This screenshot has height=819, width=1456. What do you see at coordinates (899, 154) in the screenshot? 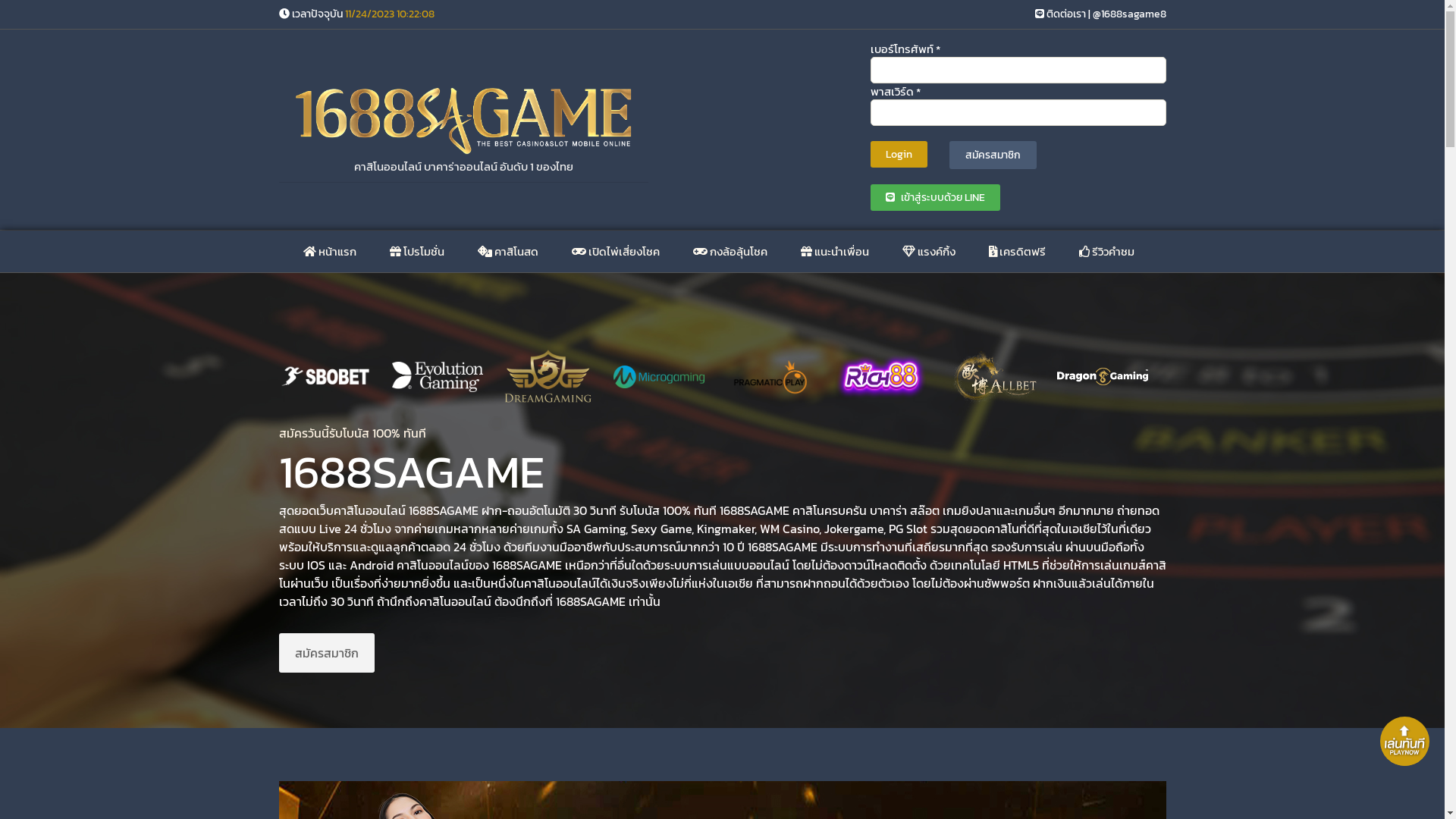
I see `'Login'` at bounding box center [899, 154].